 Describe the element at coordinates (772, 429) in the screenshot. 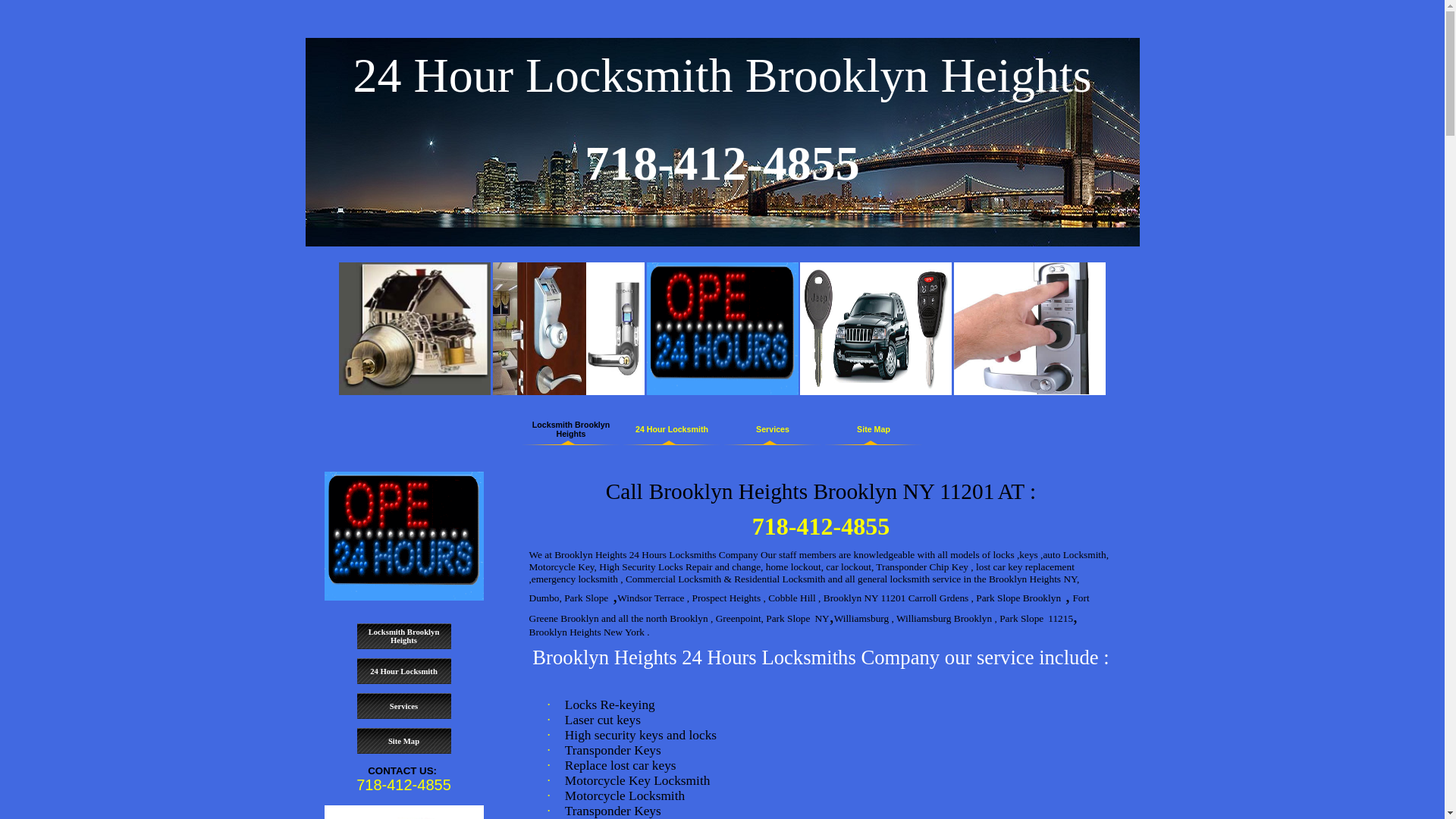

I see `'Services'` at that location.